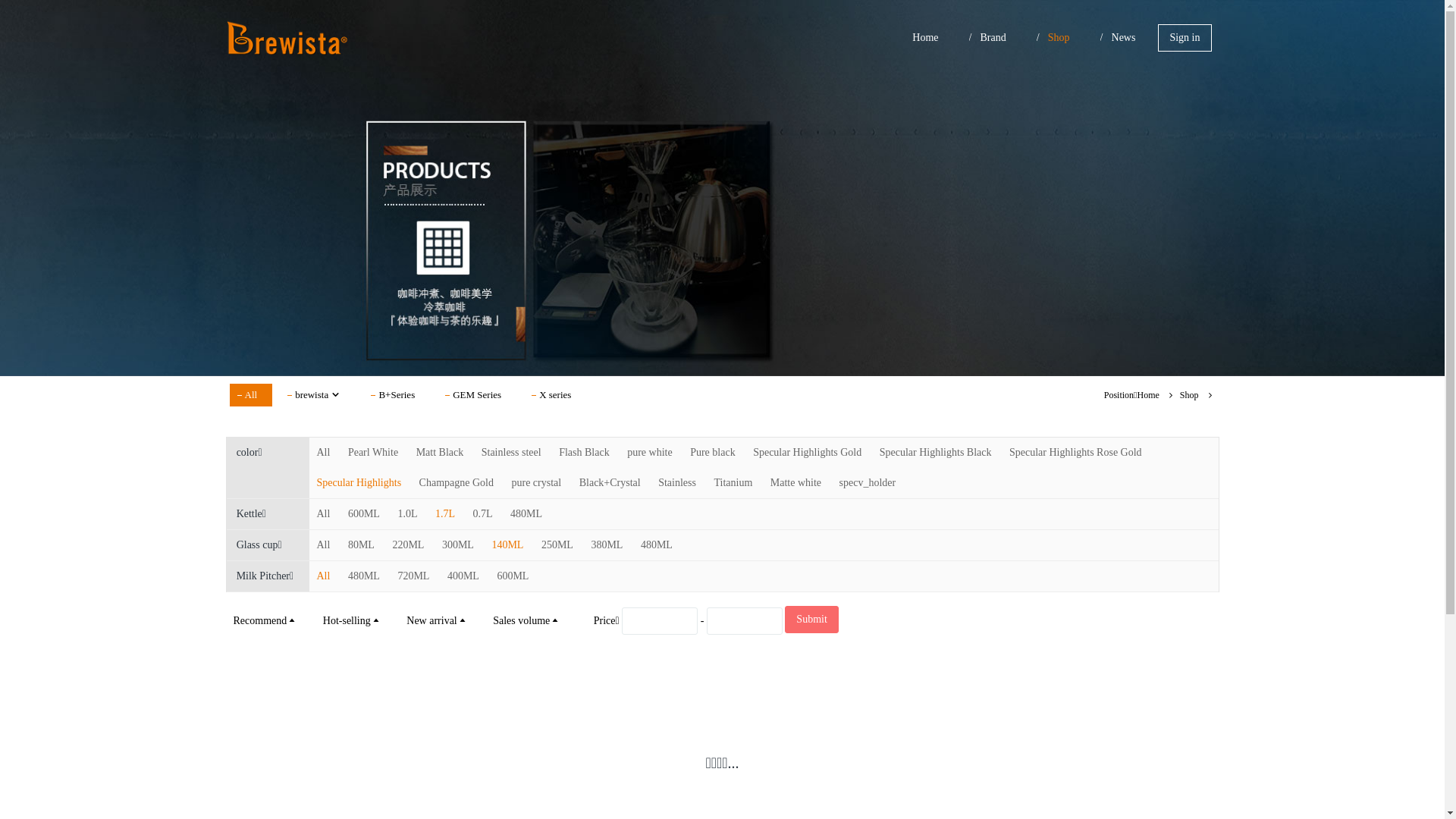  What do you see at coordinates (372, 451) in the screenshot?
I see `'Pearl White'` at bounding box center [372, 451].